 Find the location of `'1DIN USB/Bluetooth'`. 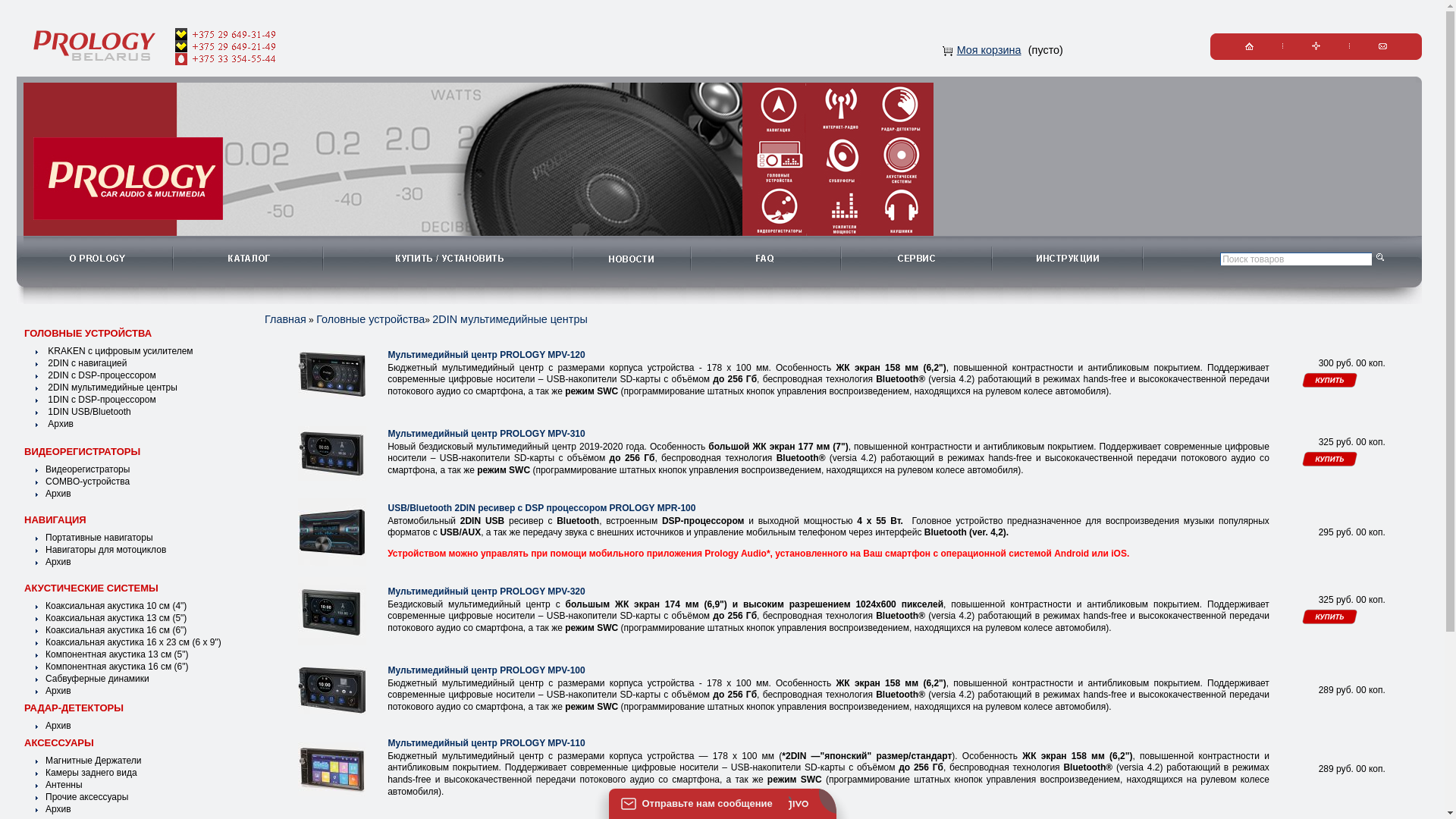

'1DIN USB/Bluetooth' is located at coordinates (87, 412).